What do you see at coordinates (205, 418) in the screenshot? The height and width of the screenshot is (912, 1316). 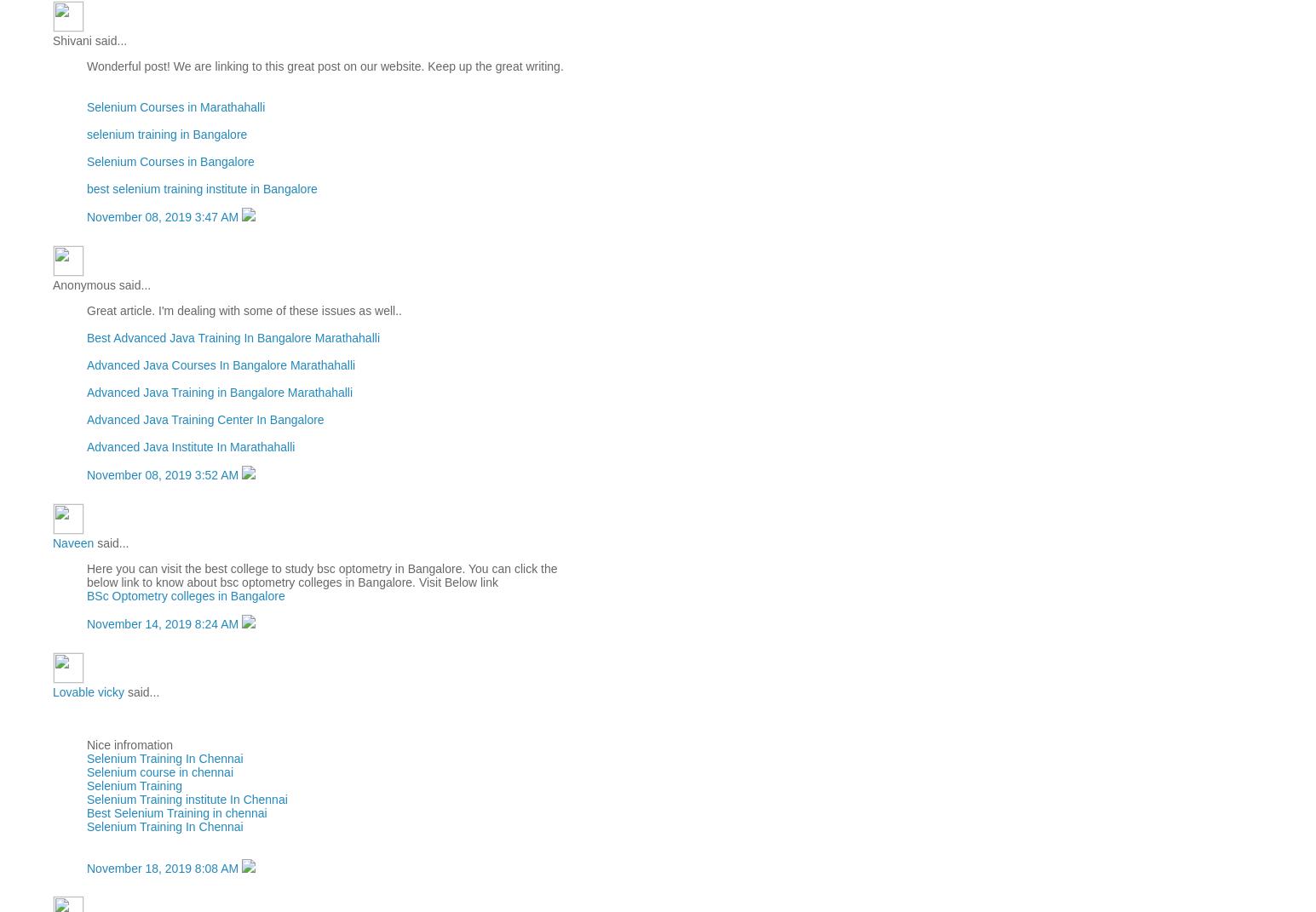 I see `'Advanced Java Training Center In Bangalore'` at bounding box center [205, 418].